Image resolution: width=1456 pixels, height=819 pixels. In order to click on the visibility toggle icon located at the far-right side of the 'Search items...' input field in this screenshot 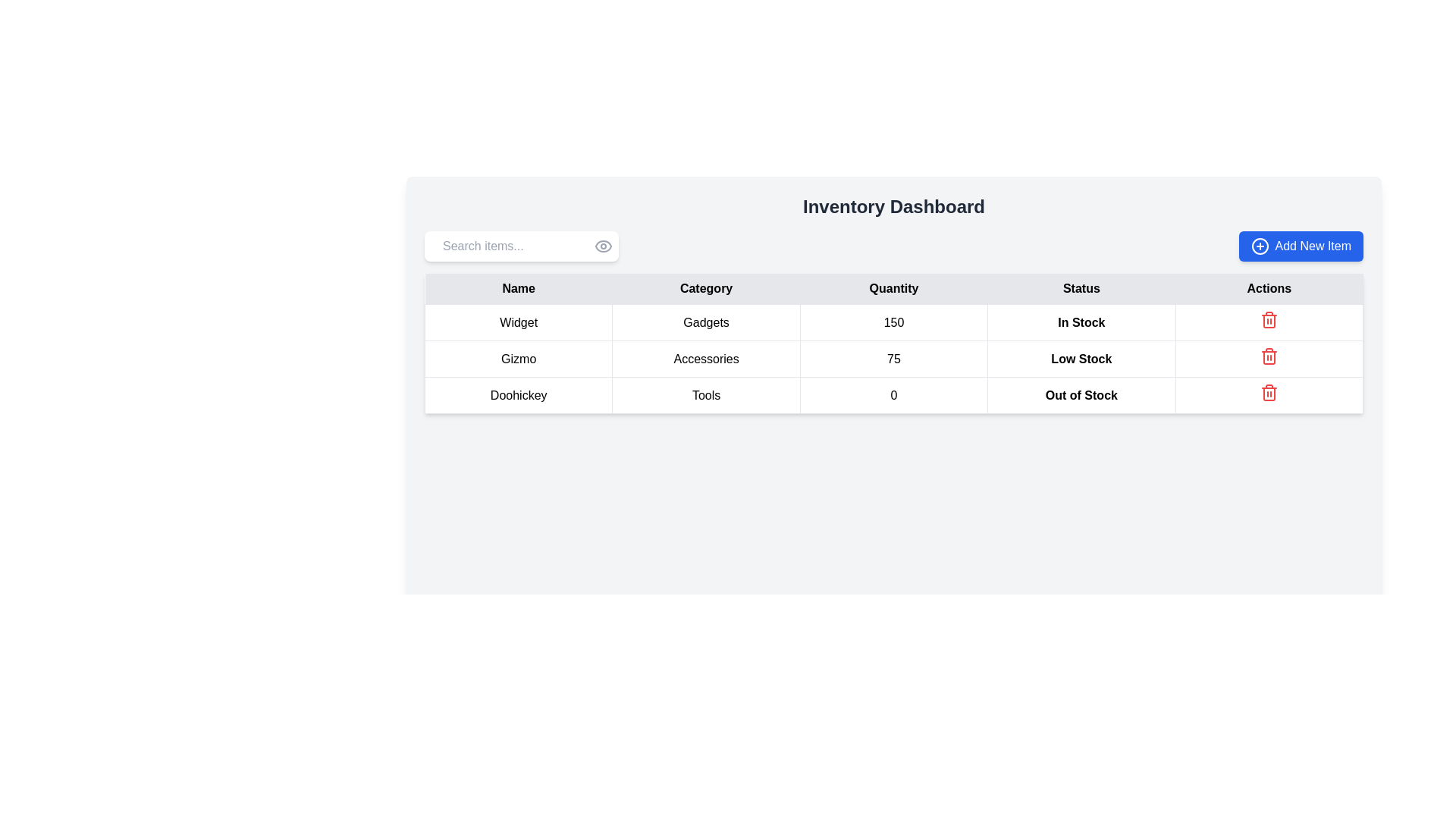, I will do `click(603, 245)`.